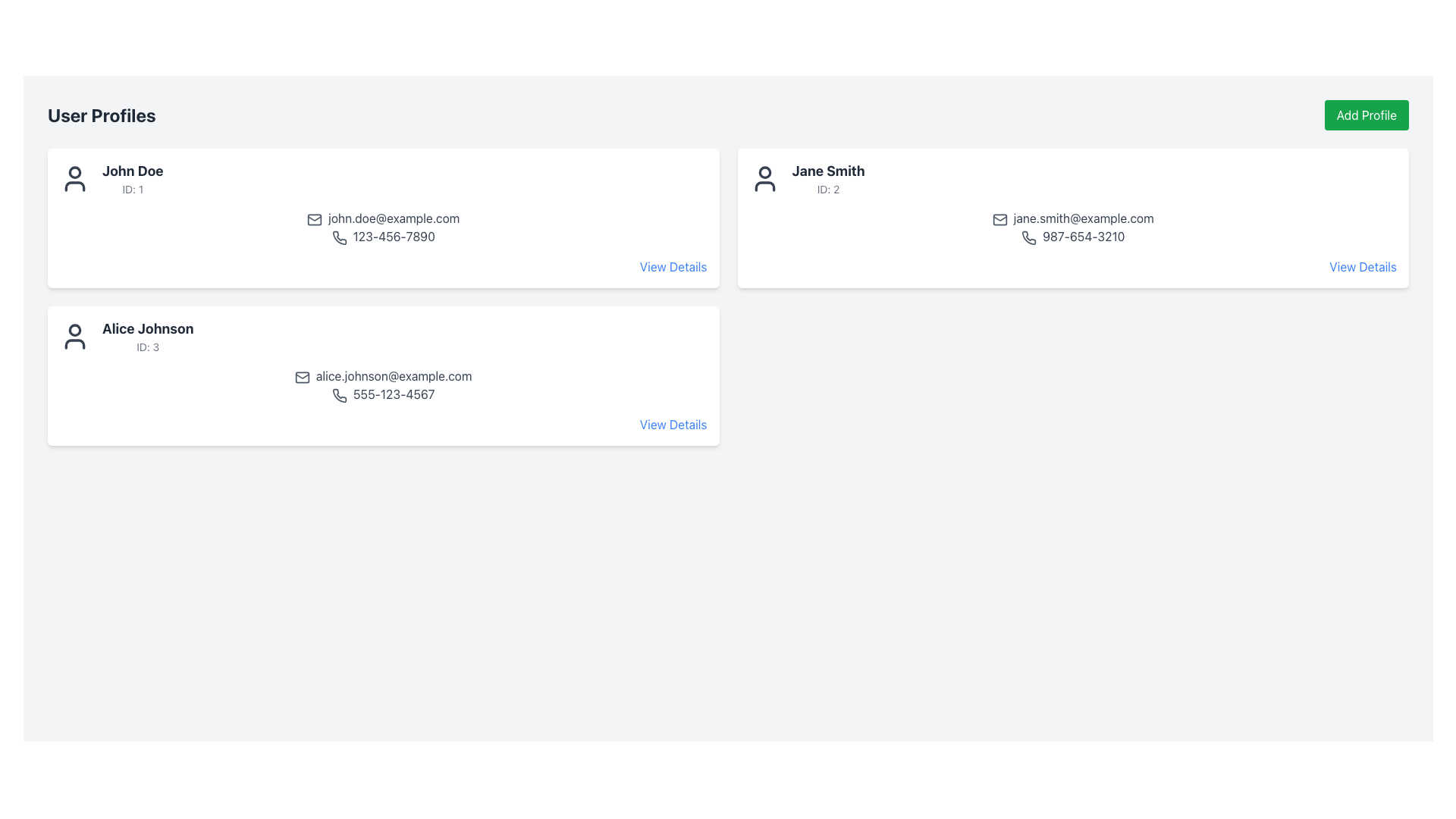  What do you see at coordinates (383, 394) in the screenshot?
I see `the static text element displaying Alice Johnson's phone number, located` at bounding box center [383, 394].